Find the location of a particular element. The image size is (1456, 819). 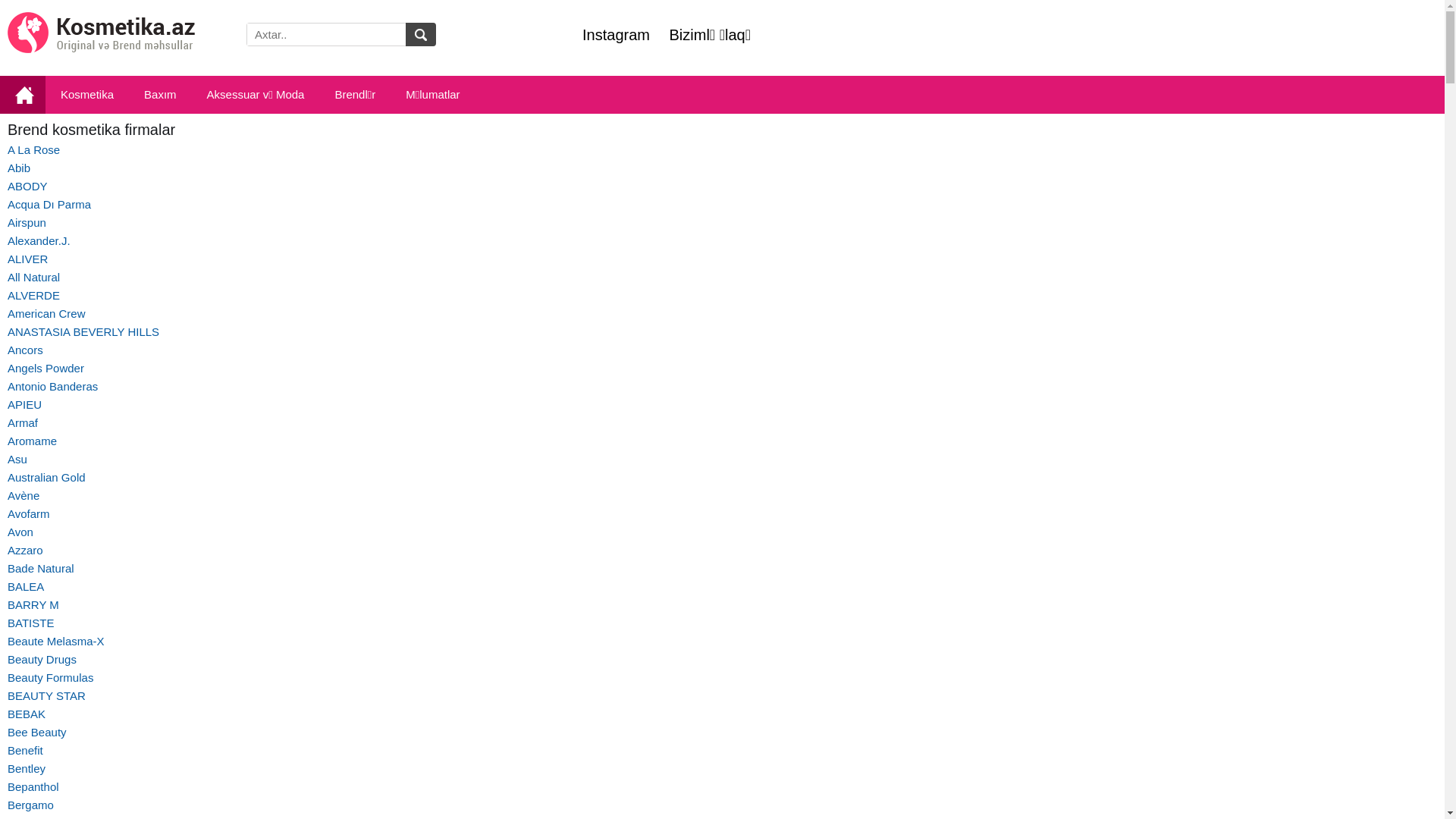

'Beaute Melasma-X' is located at coordinates (55, 641).